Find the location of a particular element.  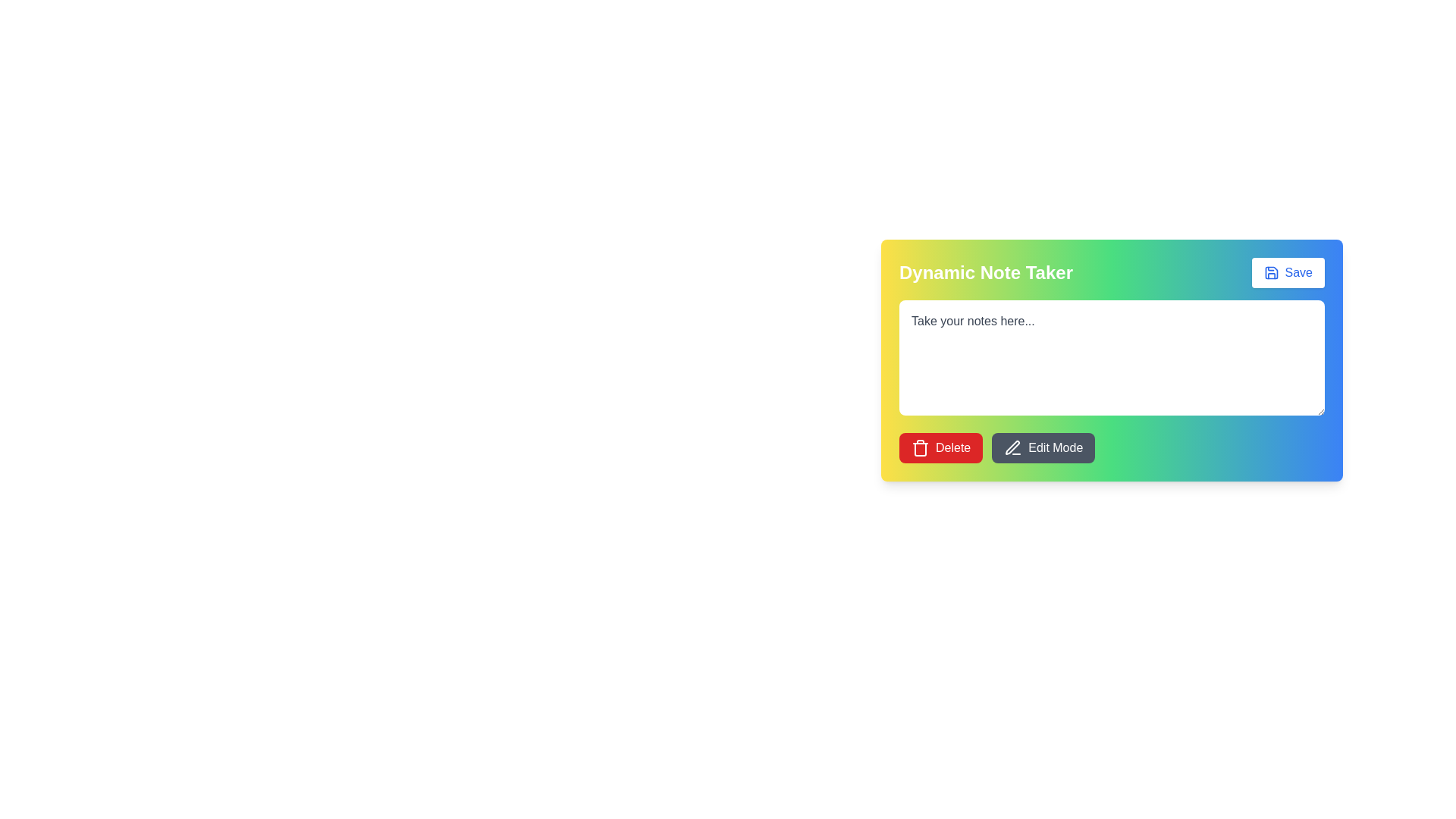

the pen icon within the 'Edit Mode' button, which is the leftmost item and indicates the editing mode functionality is located at coordinates (1013, 447).